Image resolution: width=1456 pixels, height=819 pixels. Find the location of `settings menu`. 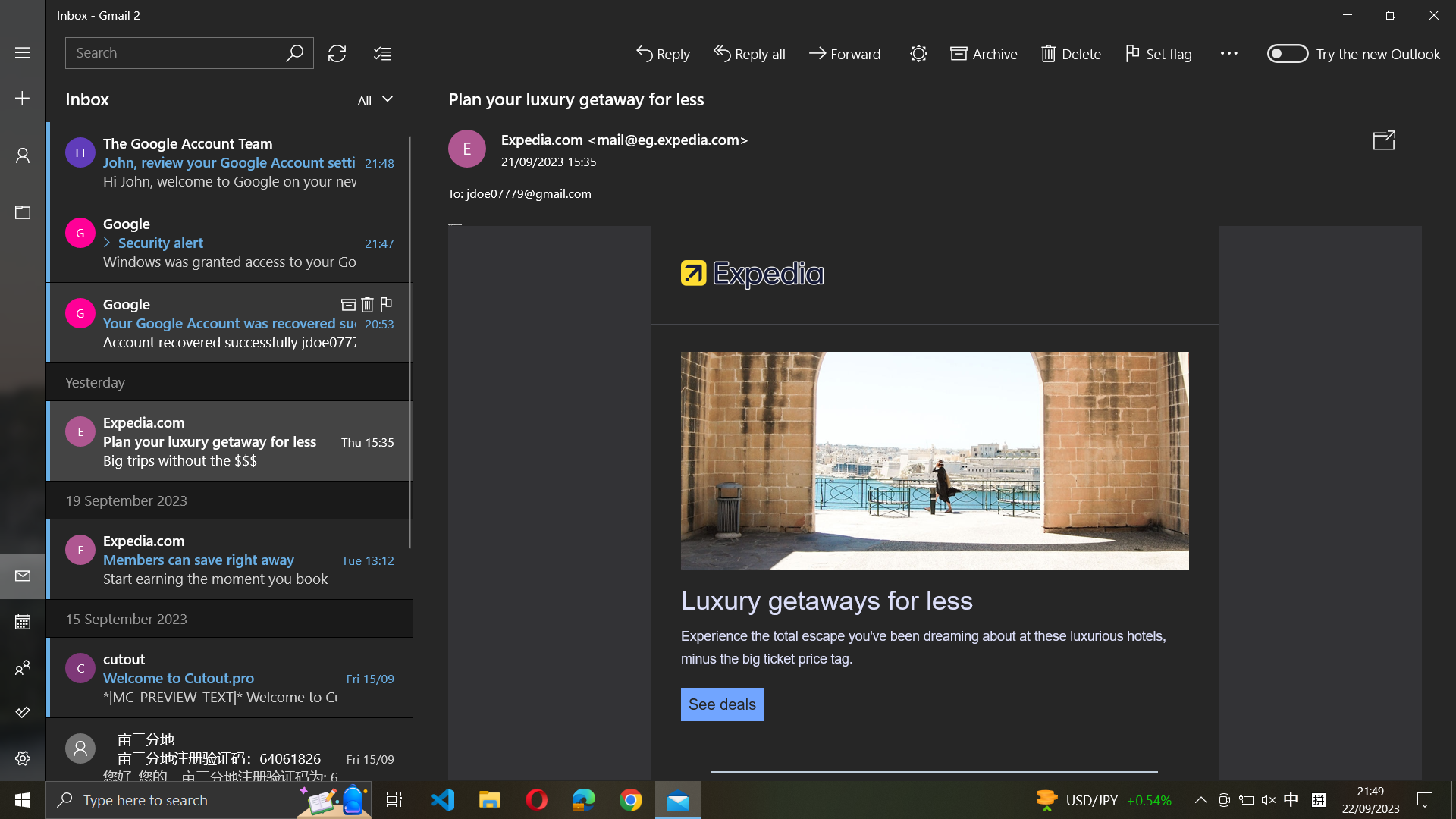

settings menu is located at coordinates (22, 760).